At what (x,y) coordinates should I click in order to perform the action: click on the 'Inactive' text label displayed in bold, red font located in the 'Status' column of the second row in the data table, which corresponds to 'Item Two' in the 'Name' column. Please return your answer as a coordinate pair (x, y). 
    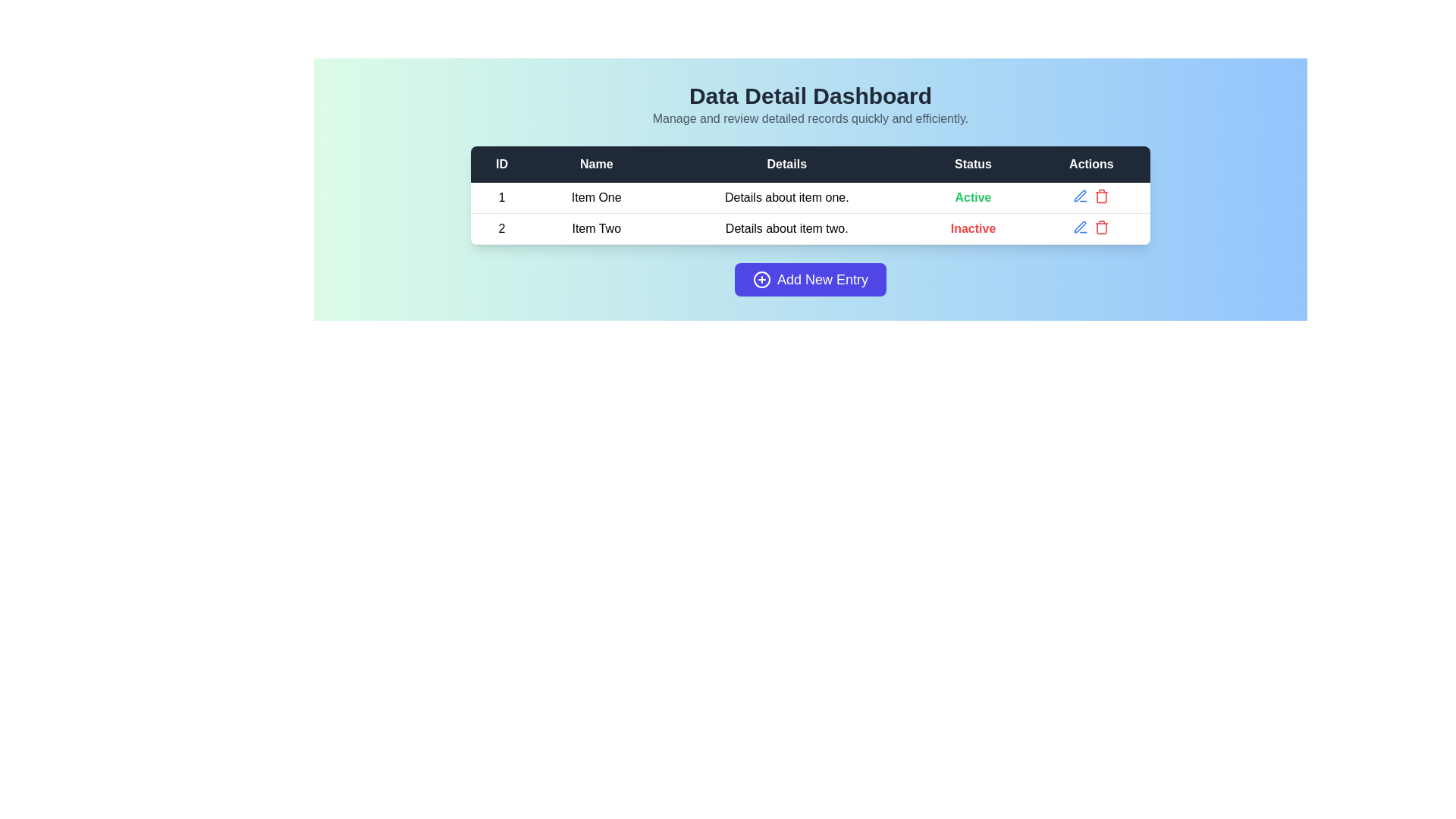
    Looking at the image, I should click on (973, 228).